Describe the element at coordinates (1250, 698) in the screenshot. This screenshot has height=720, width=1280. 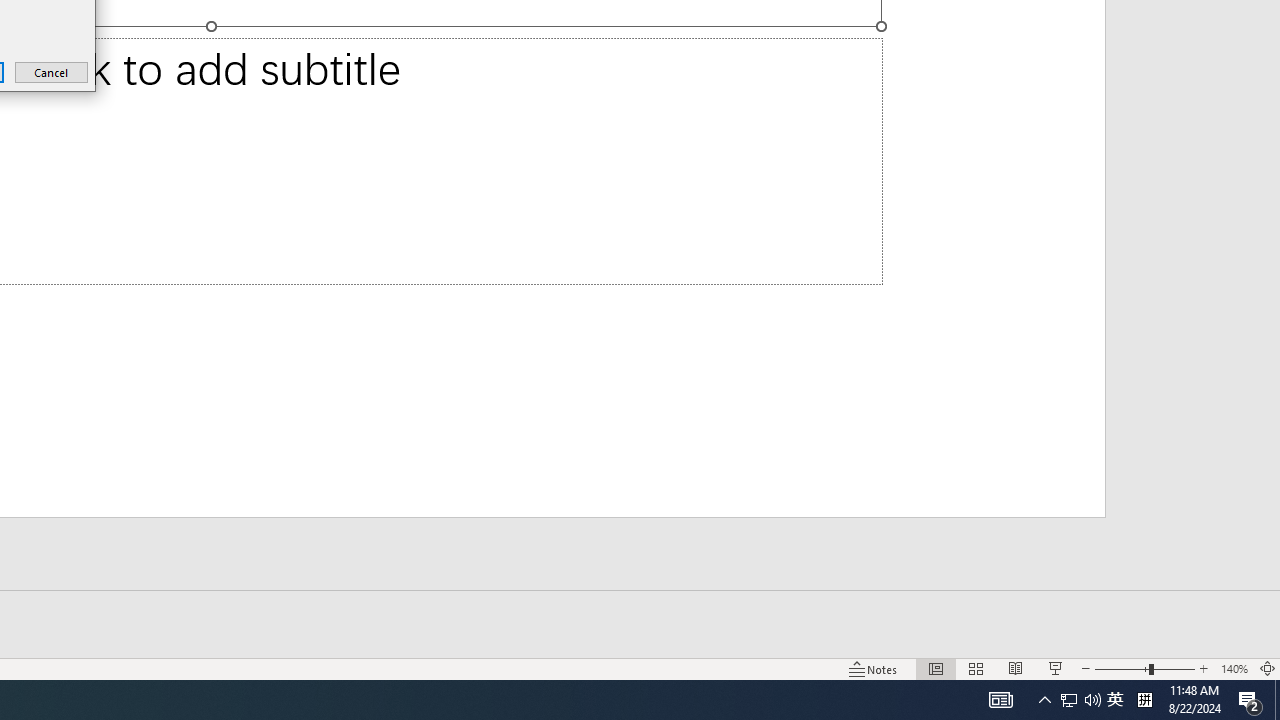
I see `'Action Center, 2 new notifications'` at that location.